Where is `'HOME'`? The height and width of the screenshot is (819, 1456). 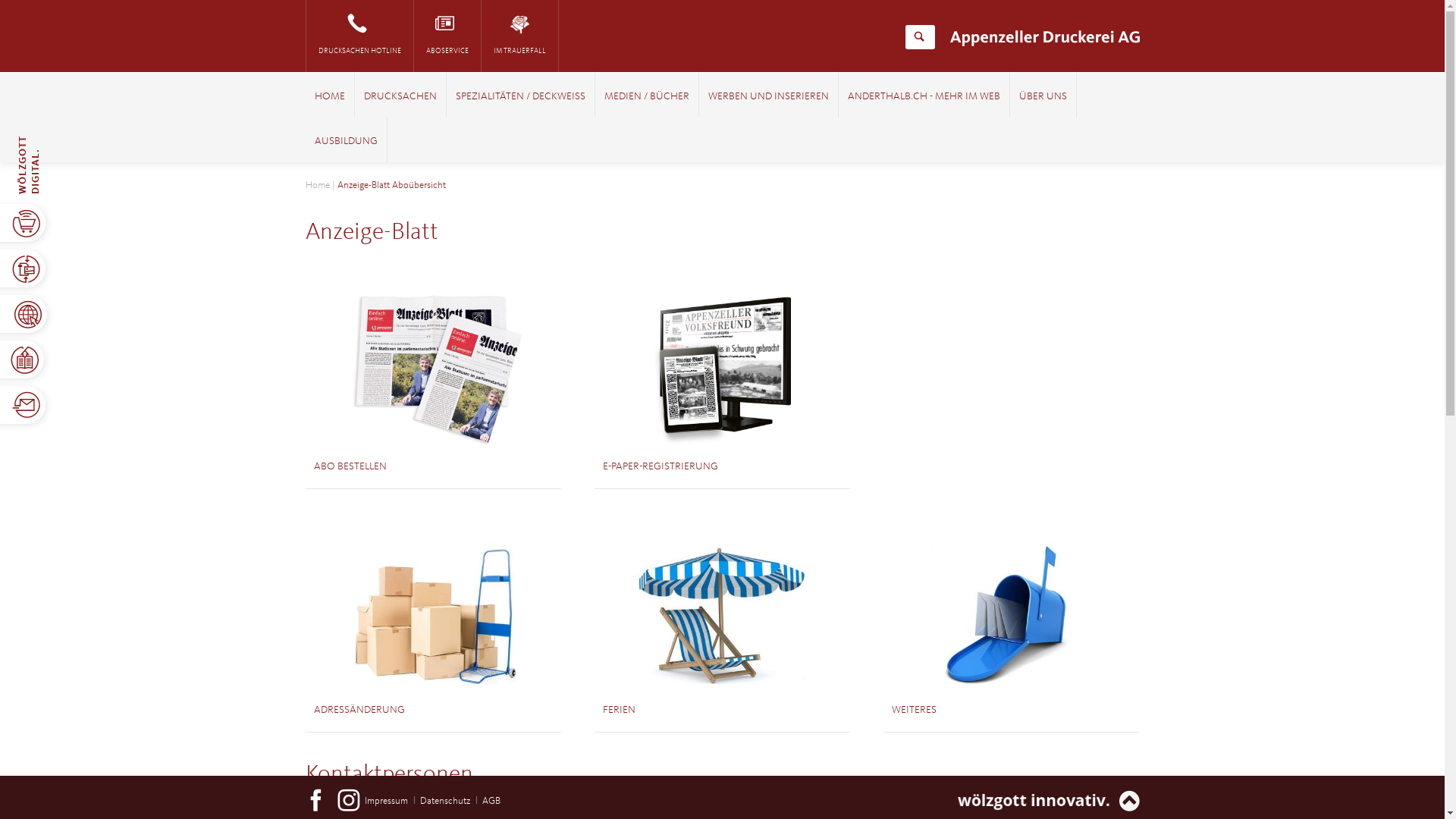 'HOME' is located at coordinates (312, 96).